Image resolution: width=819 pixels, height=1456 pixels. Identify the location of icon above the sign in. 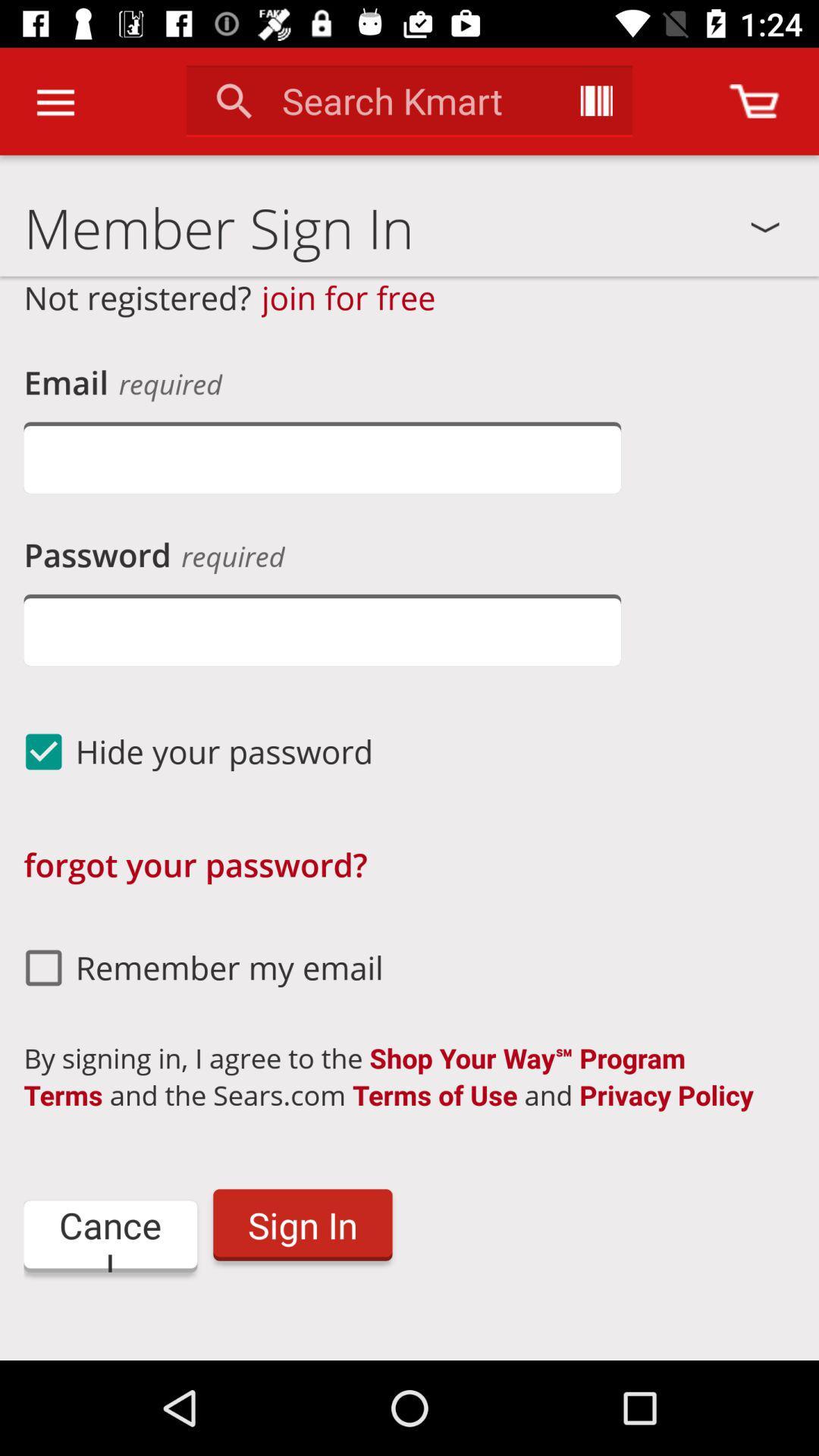
(400, 1075).